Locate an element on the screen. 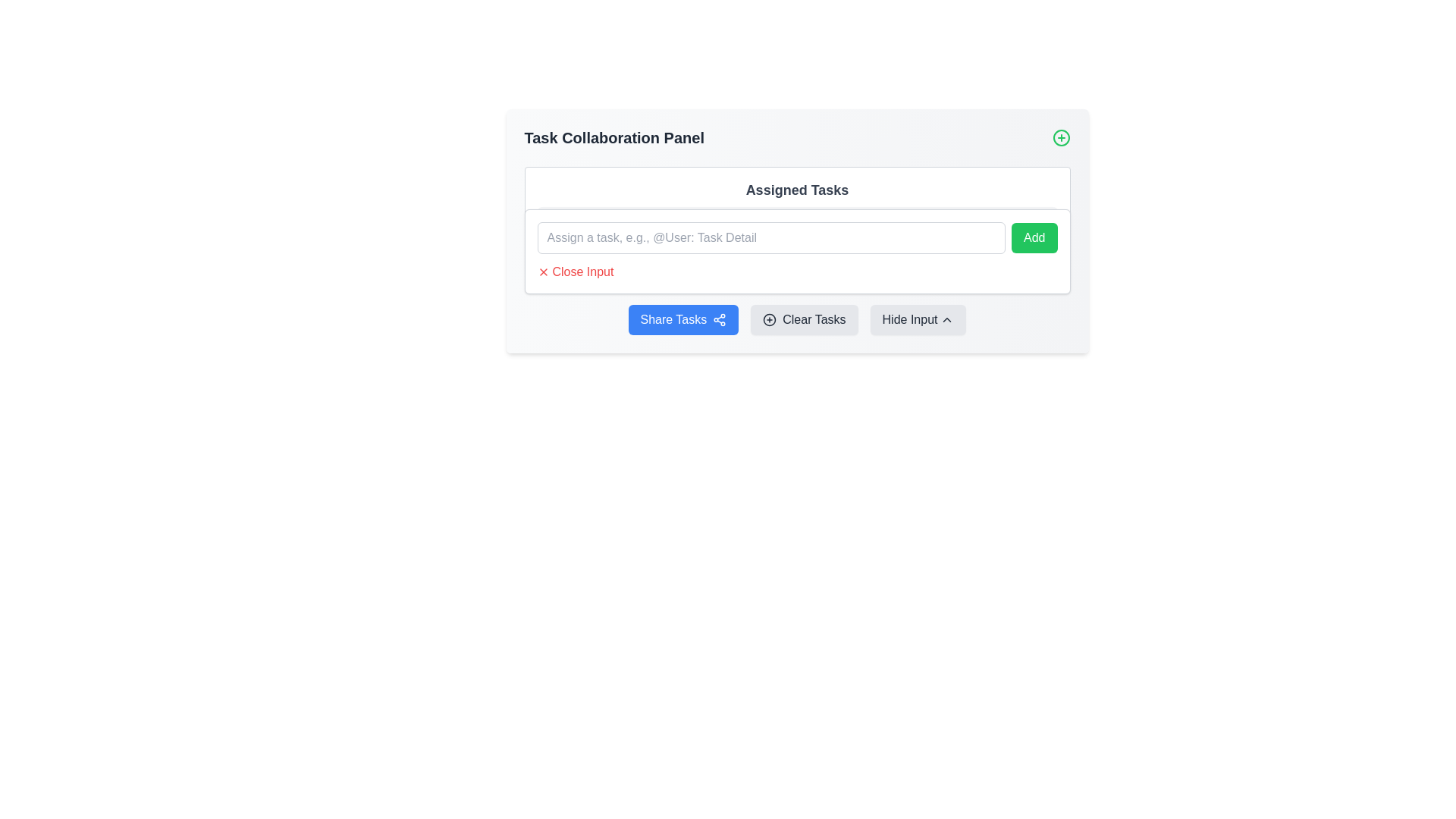 The height and width of the screenshot is (819, 1456). small square icon representing a user profile avatar located within the 'Assign Tasks' input bar, to the left of the placeholder text 'Assign a task, e.g., @User: Task Detail' is located at coordinates (553, 222).